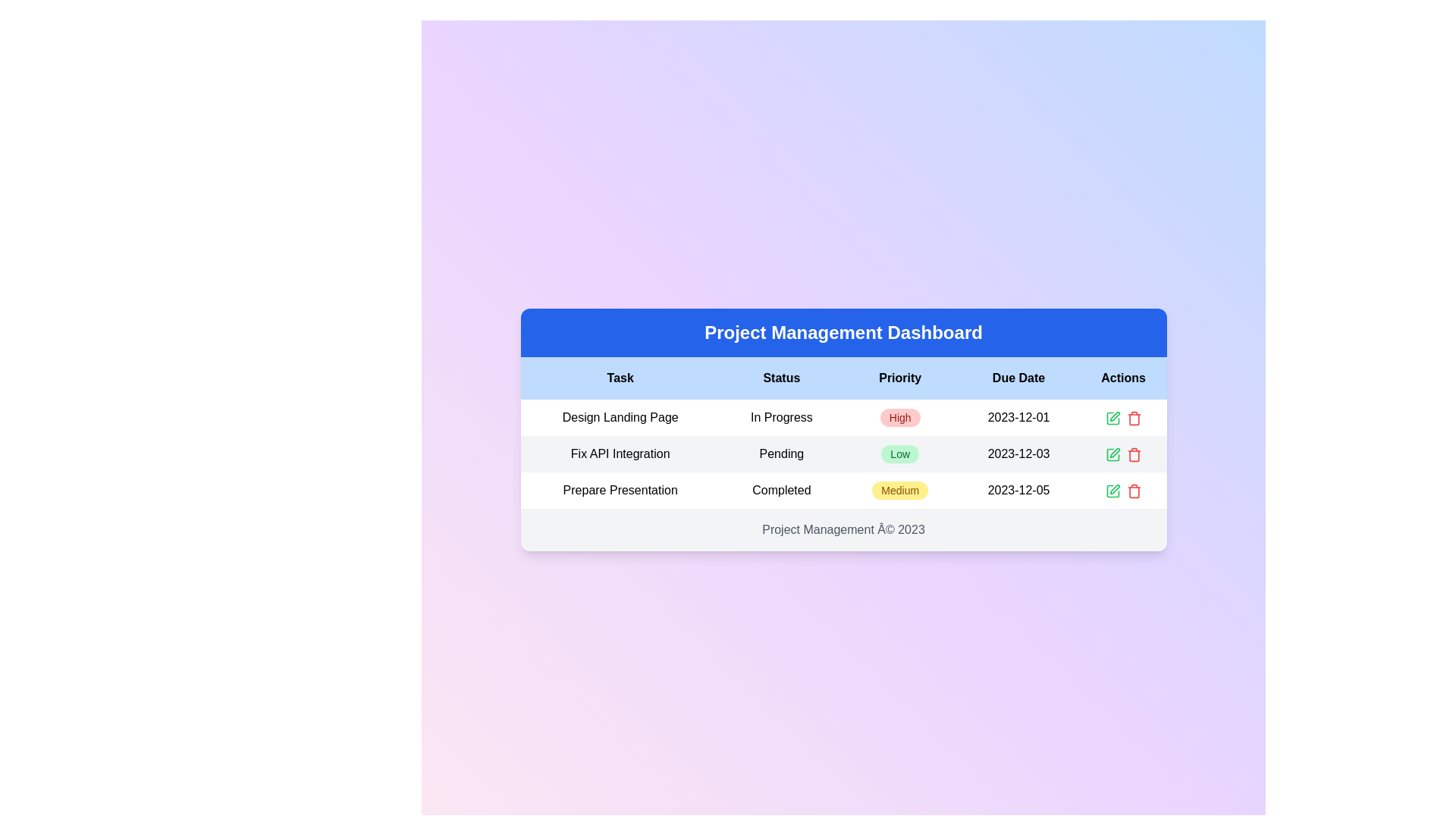 The image size is (1456, 819). What do you see at coordinates (1112, 491) in the screenshot?
I see `the Icon button located in the 'Actions' column of the third row for editing the 'Prepare Presentation' task` at bounding box center [1112, 491].